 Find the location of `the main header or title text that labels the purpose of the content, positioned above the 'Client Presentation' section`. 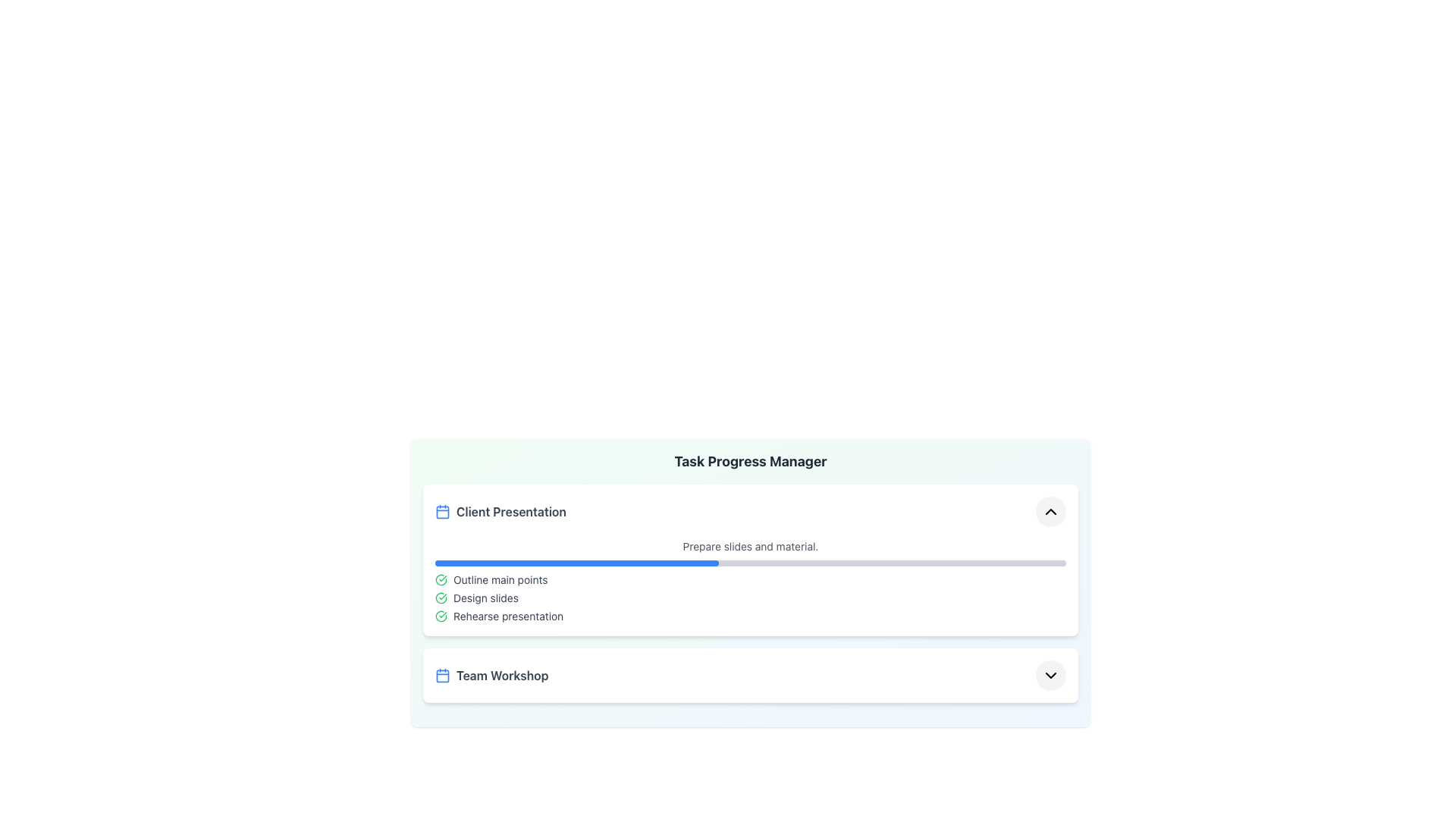

the main header or title text that labels the purpose of the content, positioned above the 'Client Presentation' section is located at coordinates (750, 461).